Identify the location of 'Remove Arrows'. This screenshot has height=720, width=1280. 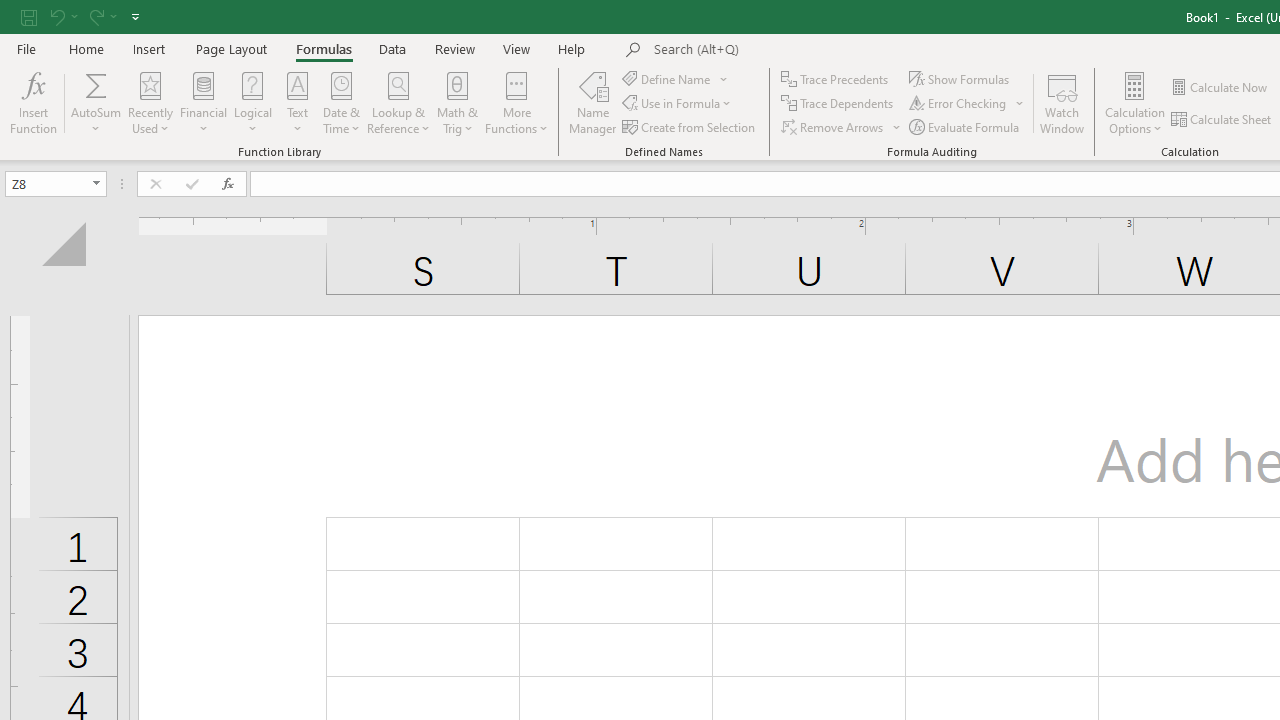
(842, 127).